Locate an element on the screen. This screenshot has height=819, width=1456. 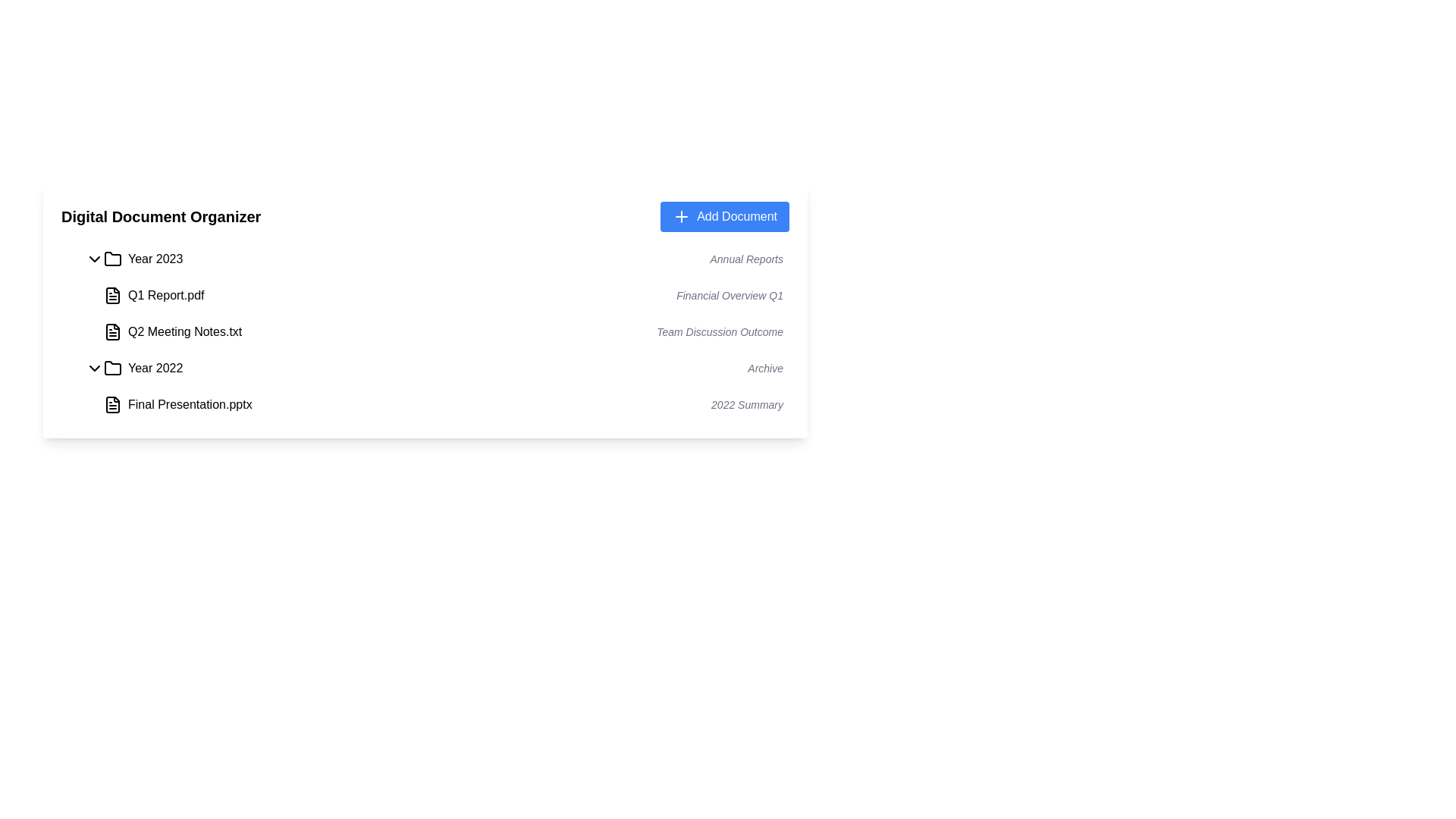
the blue cross icon within the 'Add Document' button is located at coordinates (681, 216).